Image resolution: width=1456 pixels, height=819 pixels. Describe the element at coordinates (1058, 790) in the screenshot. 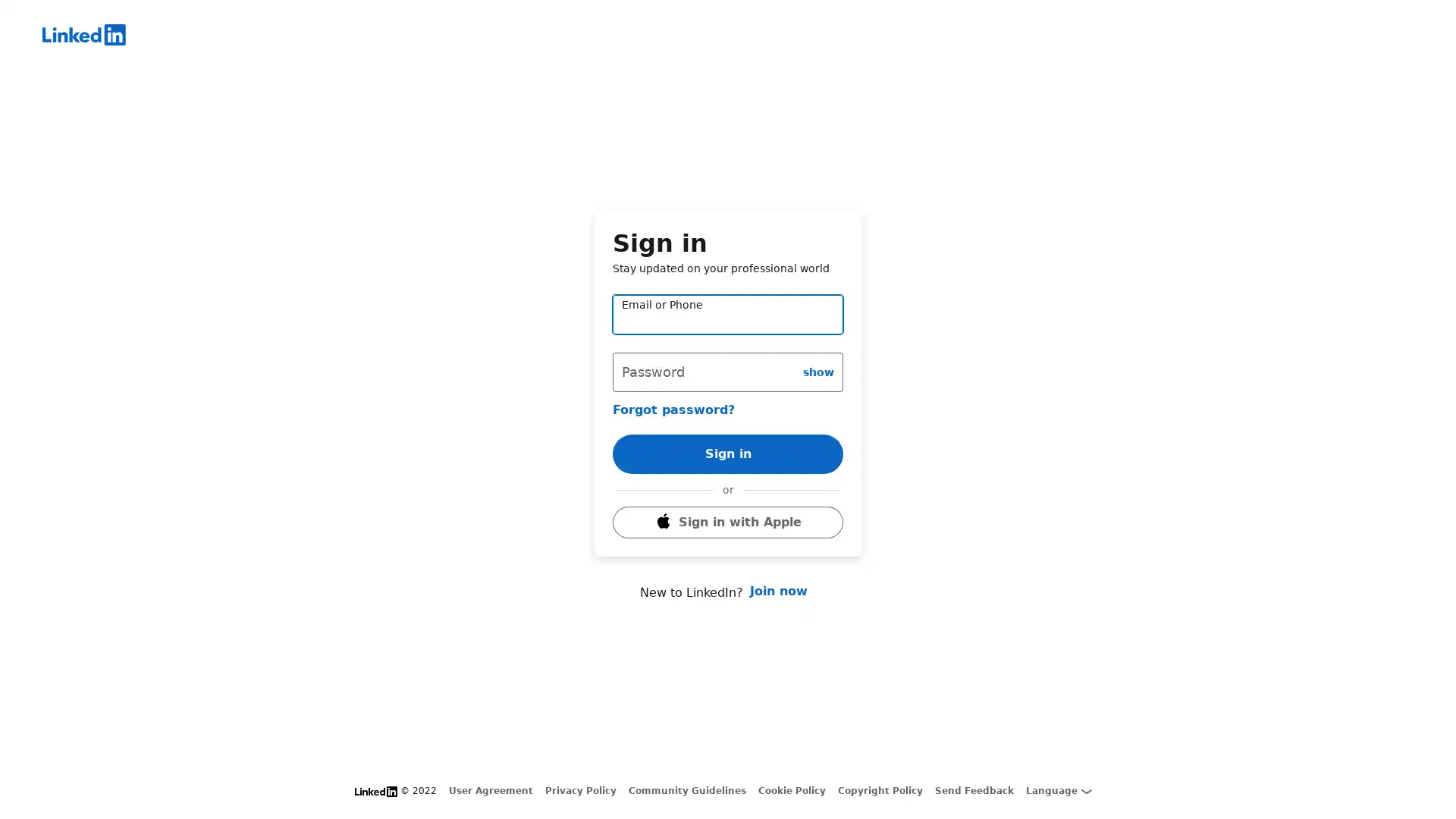

I see `Language` at that location.